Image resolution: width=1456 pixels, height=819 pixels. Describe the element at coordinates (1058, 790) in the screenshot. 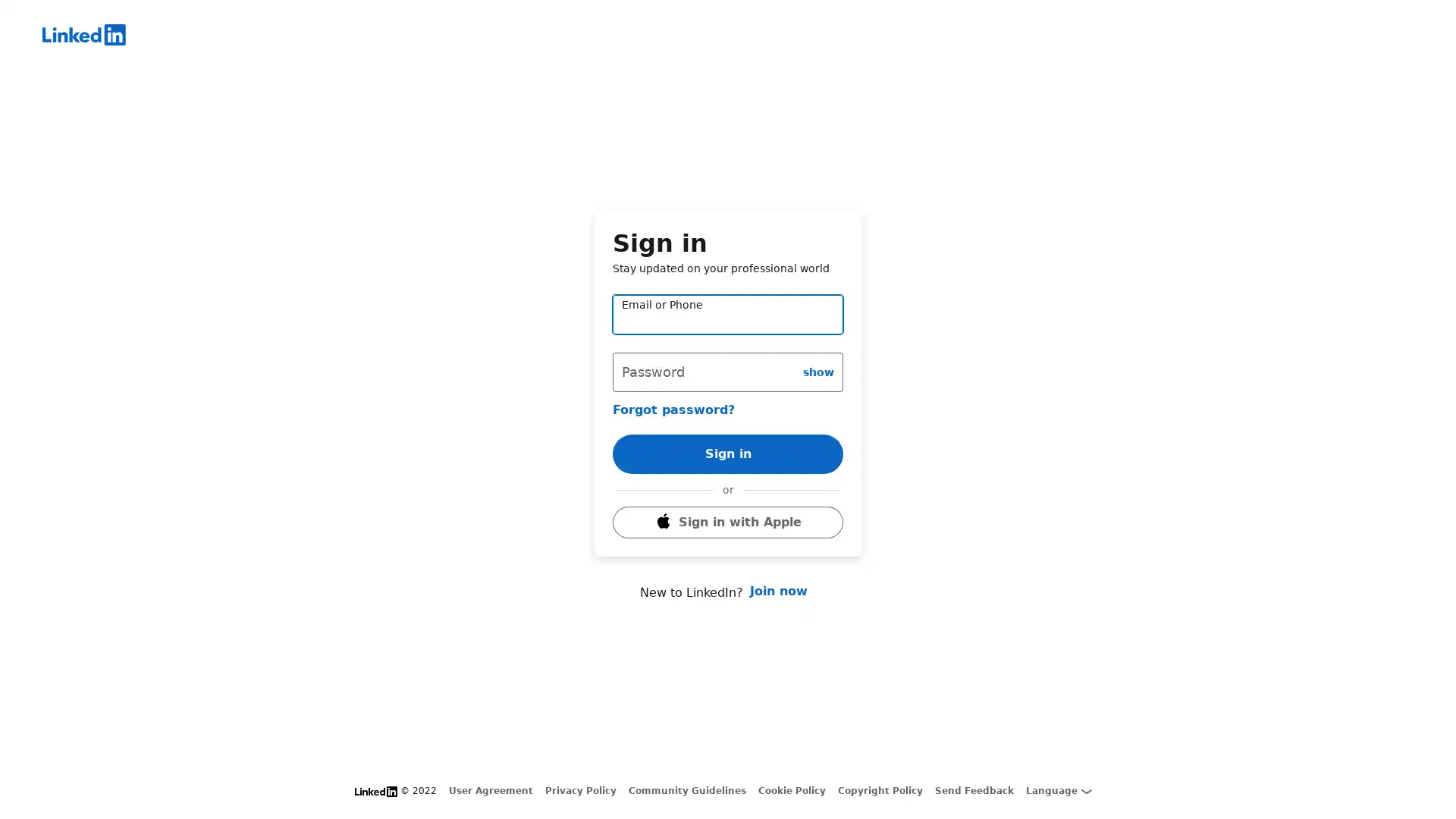

I see `Language` at that location.